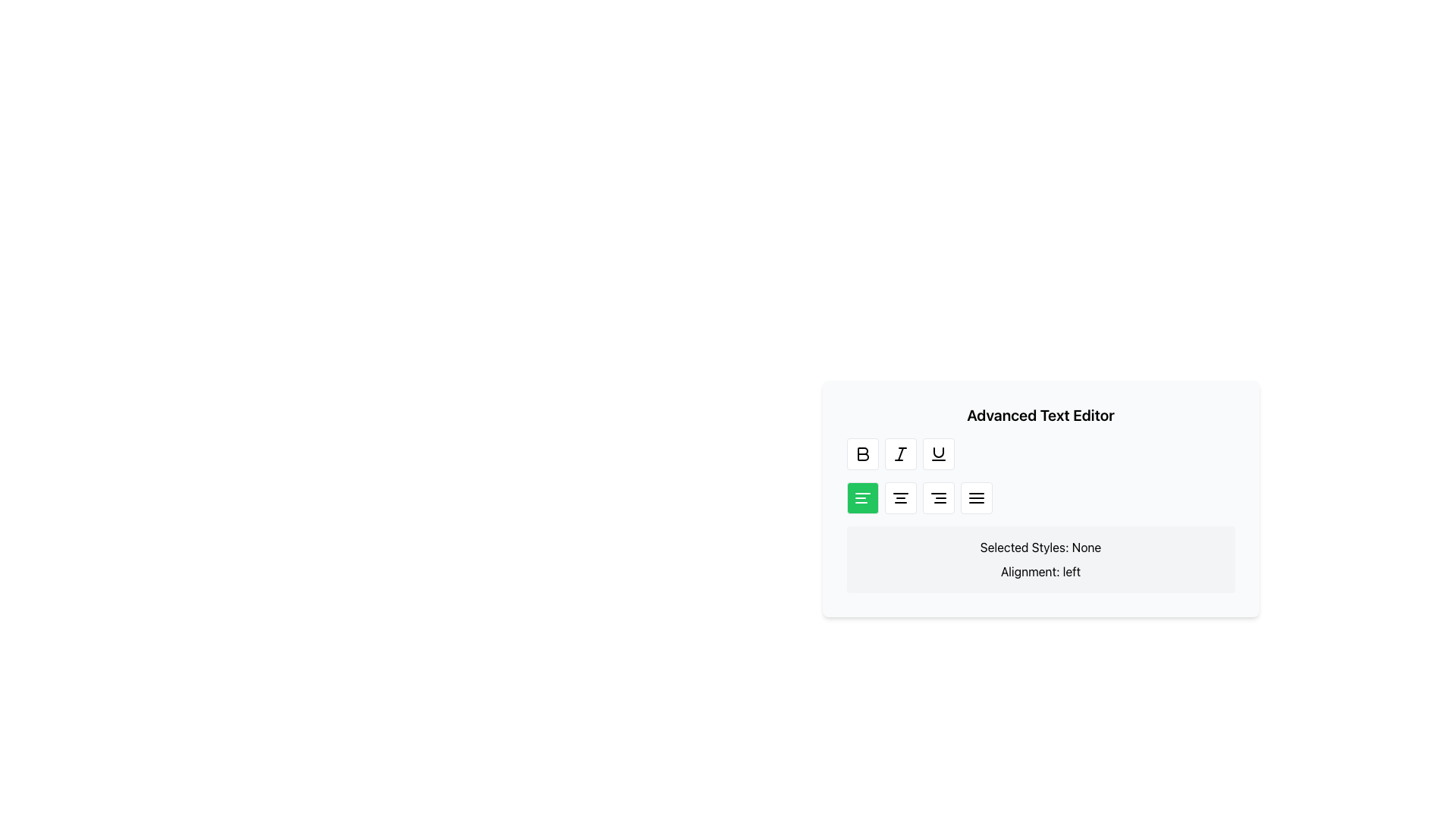 The image size is (1456, 819). Describe the element at coordinates (1040, 497) in the screenshot. I see `the Horizontal Button Group in the Advanced Text Editor toolbar for accessibility navigation` at that location.